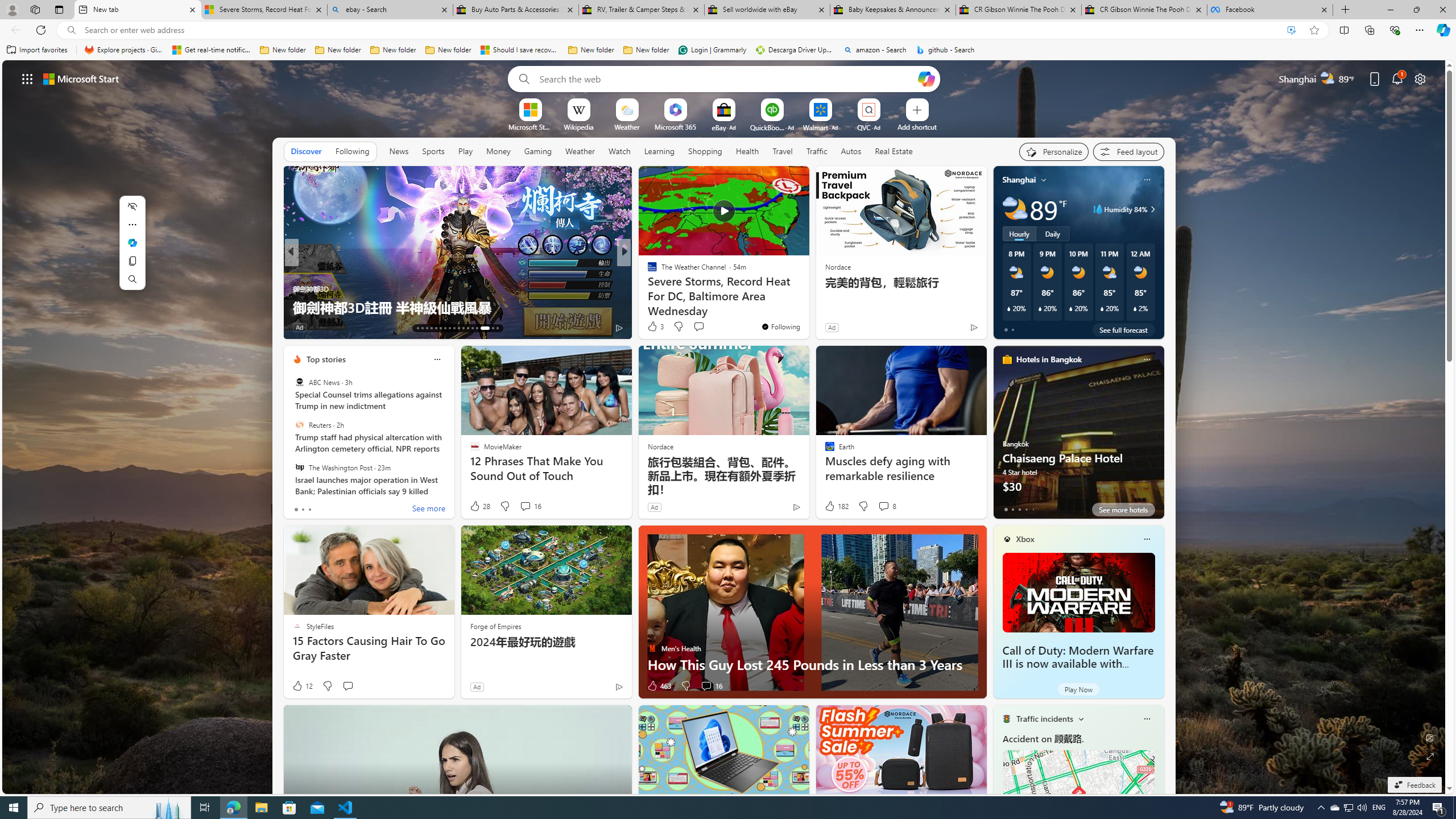  What do you see at coordinates (652, 327) in the screenshot?
I see `'99 Like'` at bounding box center [652, 327].